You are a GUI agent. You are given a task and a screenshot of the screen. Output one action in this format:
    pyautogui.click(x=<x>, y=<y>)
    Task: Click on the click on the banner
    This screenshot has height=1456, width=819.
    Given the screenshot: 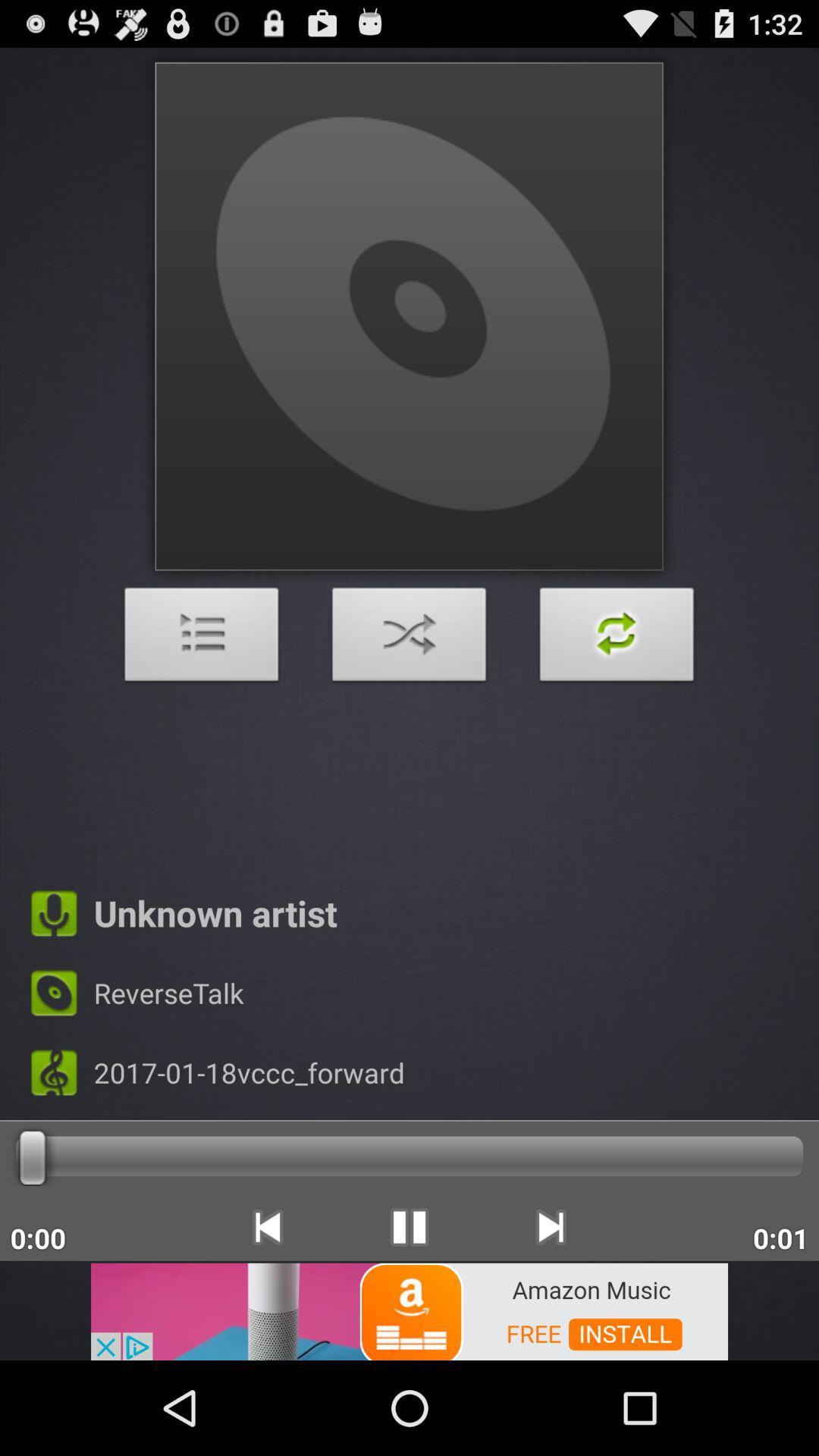 What is the action you would take?
    pyautogui.click(x=409, y=1310)
    